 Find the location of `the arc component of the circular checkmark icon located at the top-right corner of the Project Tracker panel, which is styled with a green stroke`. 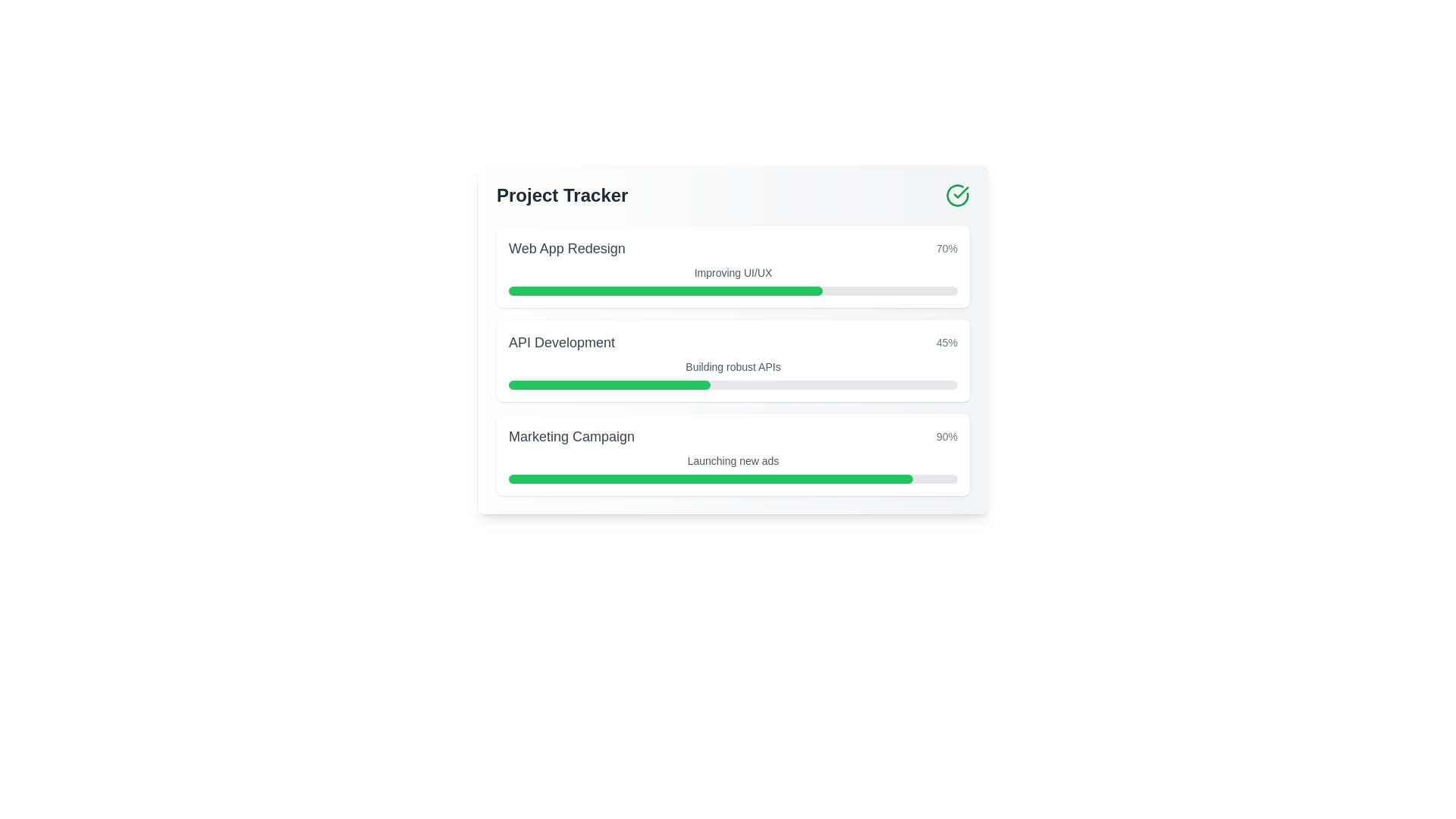

the arc component of the circular checkmark icon located at the top-right corner of the Project Tracker panel, which is styled with a green stroke is located at coordinates (956, 195).